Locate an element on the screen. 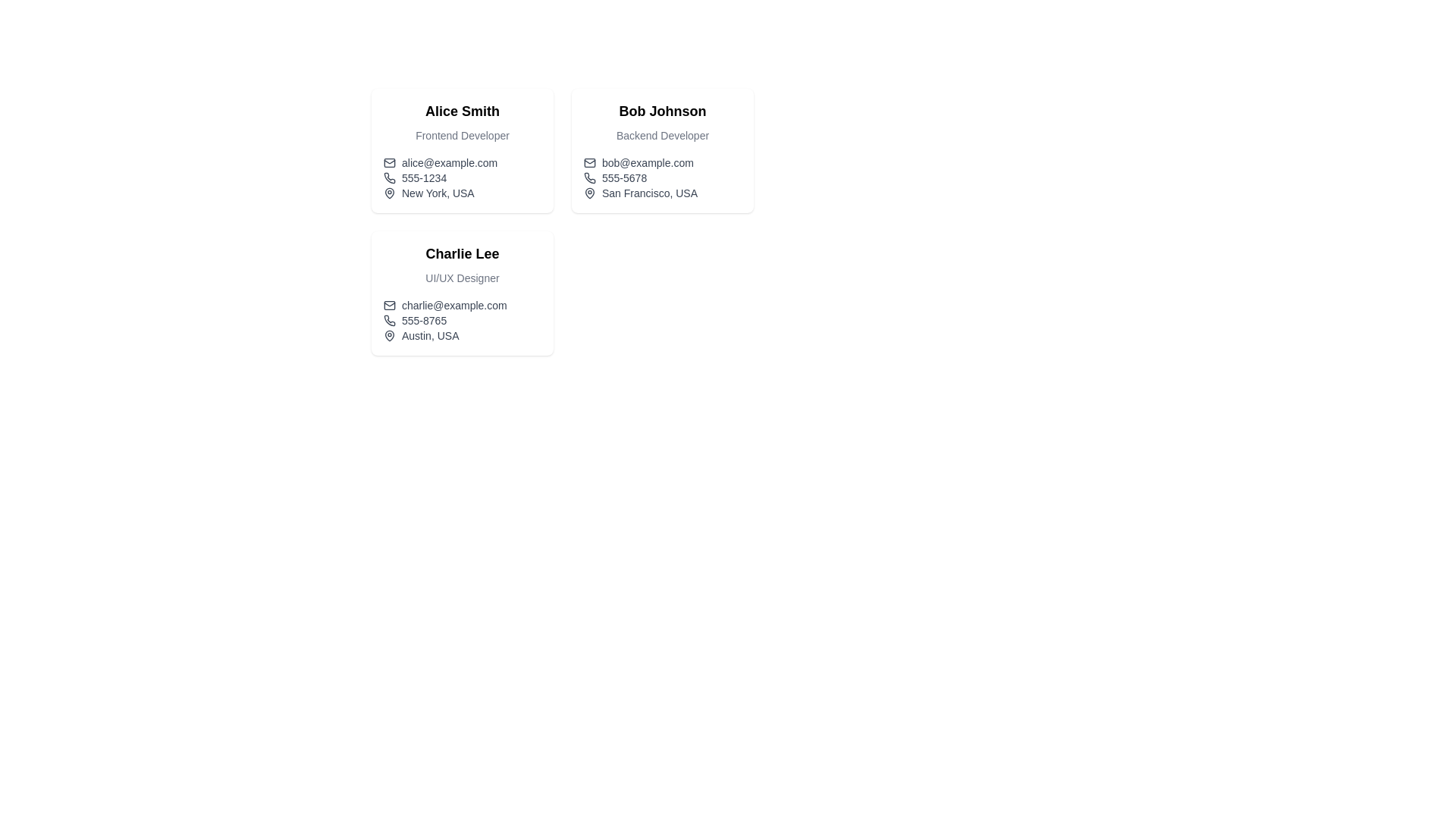 This screenshot has height=819, width=1456. the text element displaying the job title 'Frontend Developer' which is styled in small gray font and located below 'Alice Smith' in the profile card is located at coordinates (461, 134).